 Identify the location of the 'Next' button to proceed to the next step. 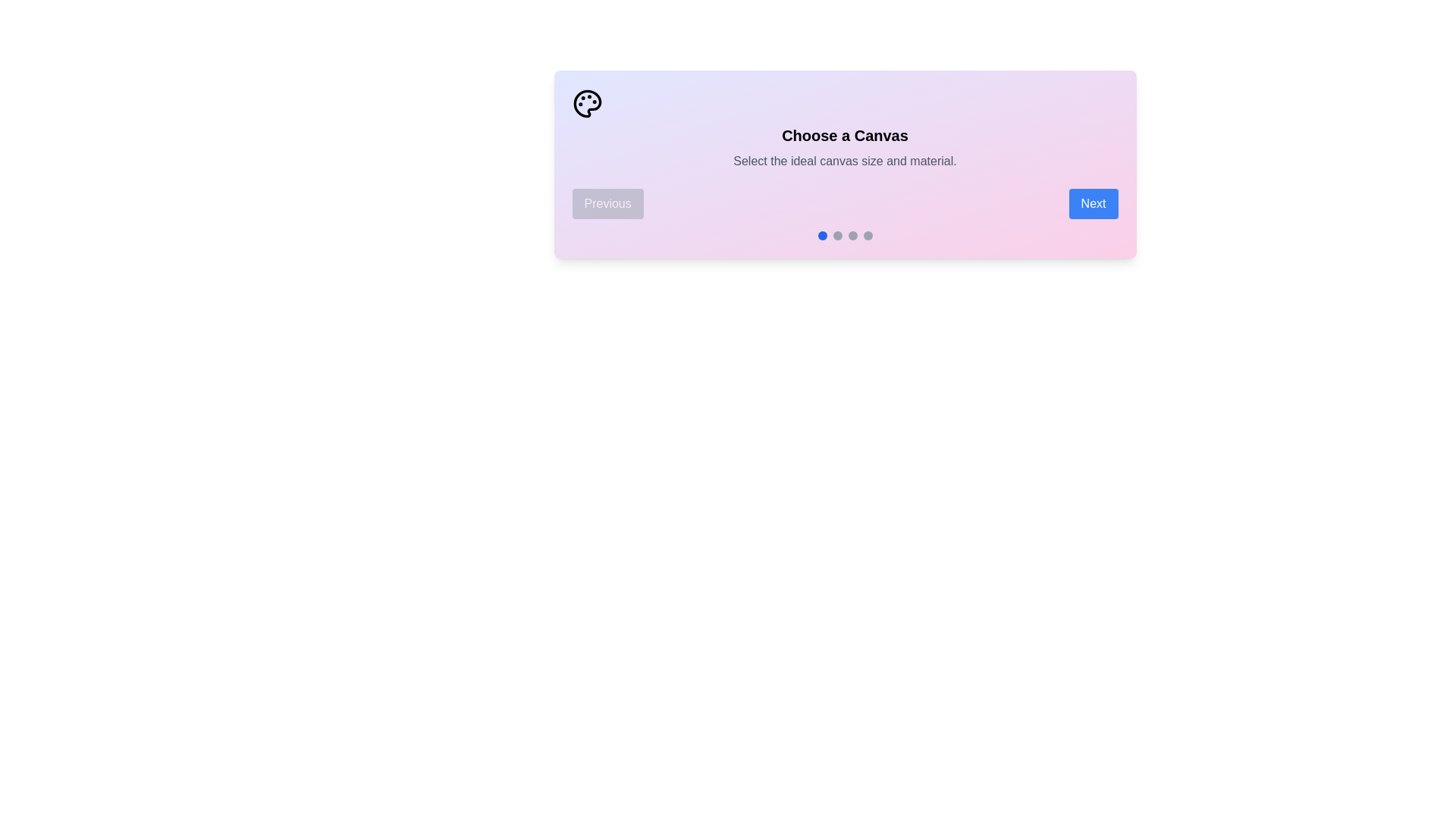
(1093, 203).